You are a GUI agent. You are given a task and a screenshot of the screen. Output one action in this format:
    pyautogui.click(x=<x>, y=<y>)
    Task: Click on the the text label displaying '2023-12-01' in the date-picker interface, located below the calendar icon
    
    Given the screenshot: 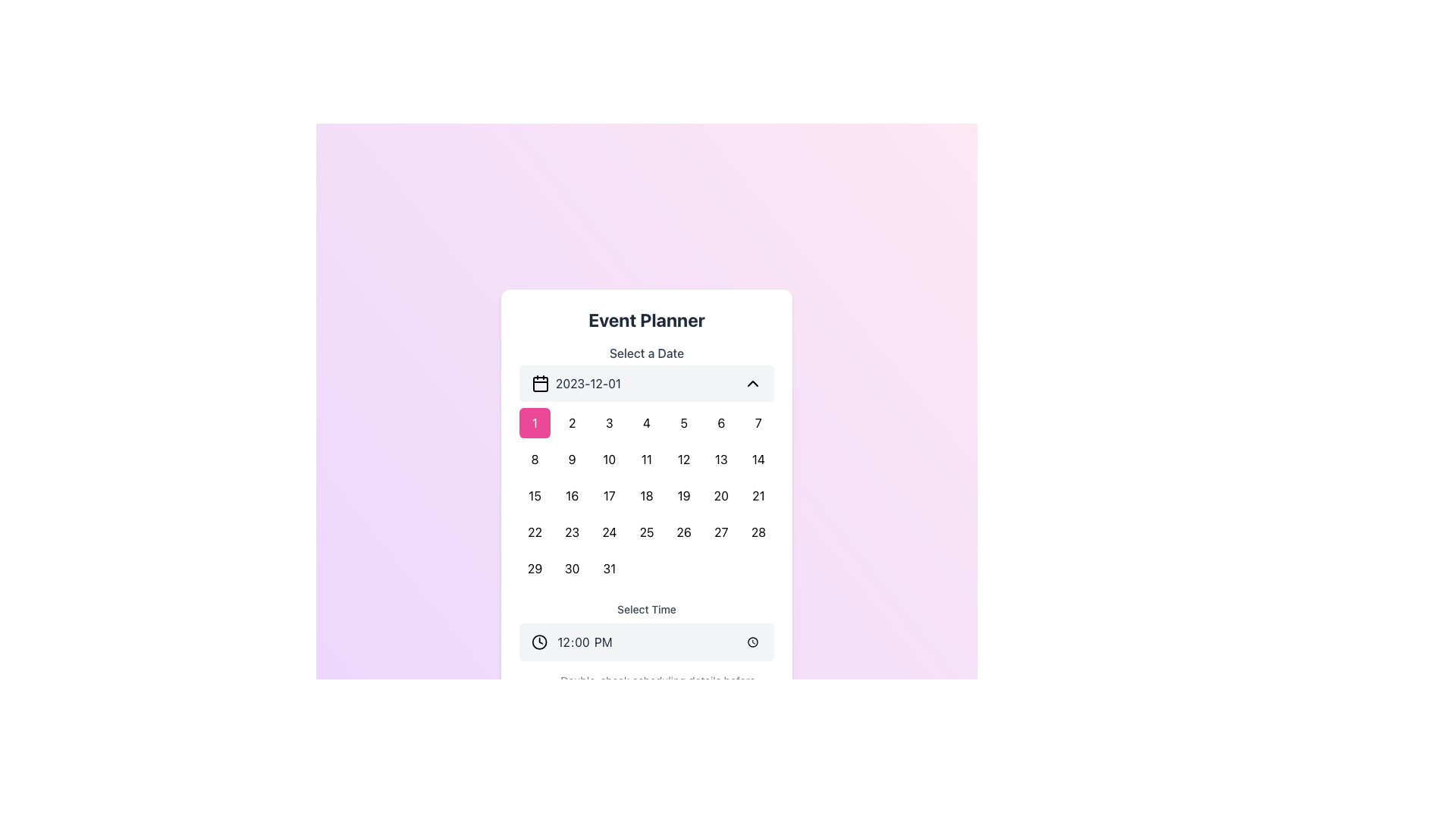 What is the action you would take?
    pyautogui.click(x=588, y=382)
    